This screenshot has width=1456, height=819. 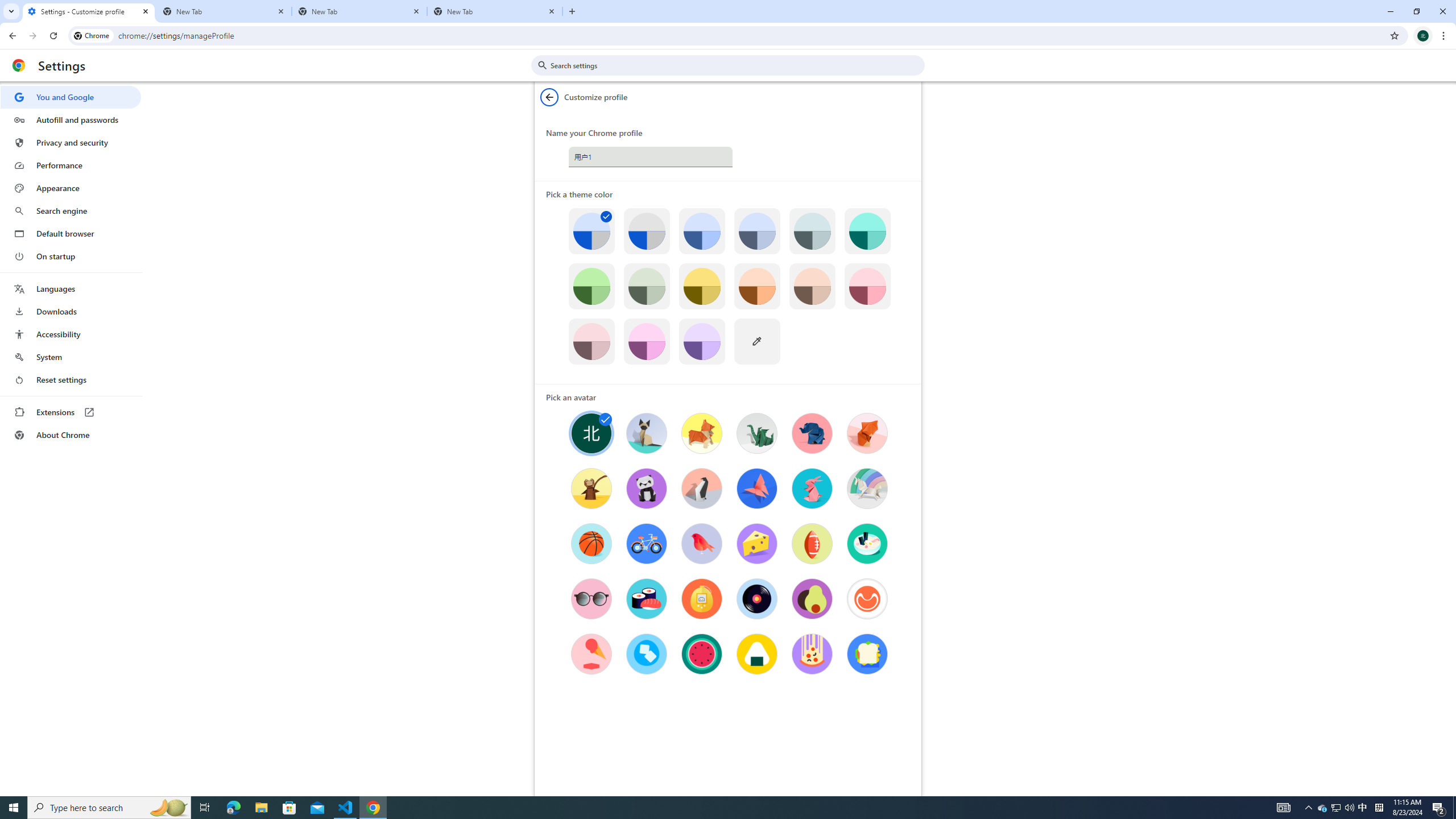 What do you see at coordinates (70, 165) in the screenshot?
I see `'Performance'` at bounding box center [70, 165].